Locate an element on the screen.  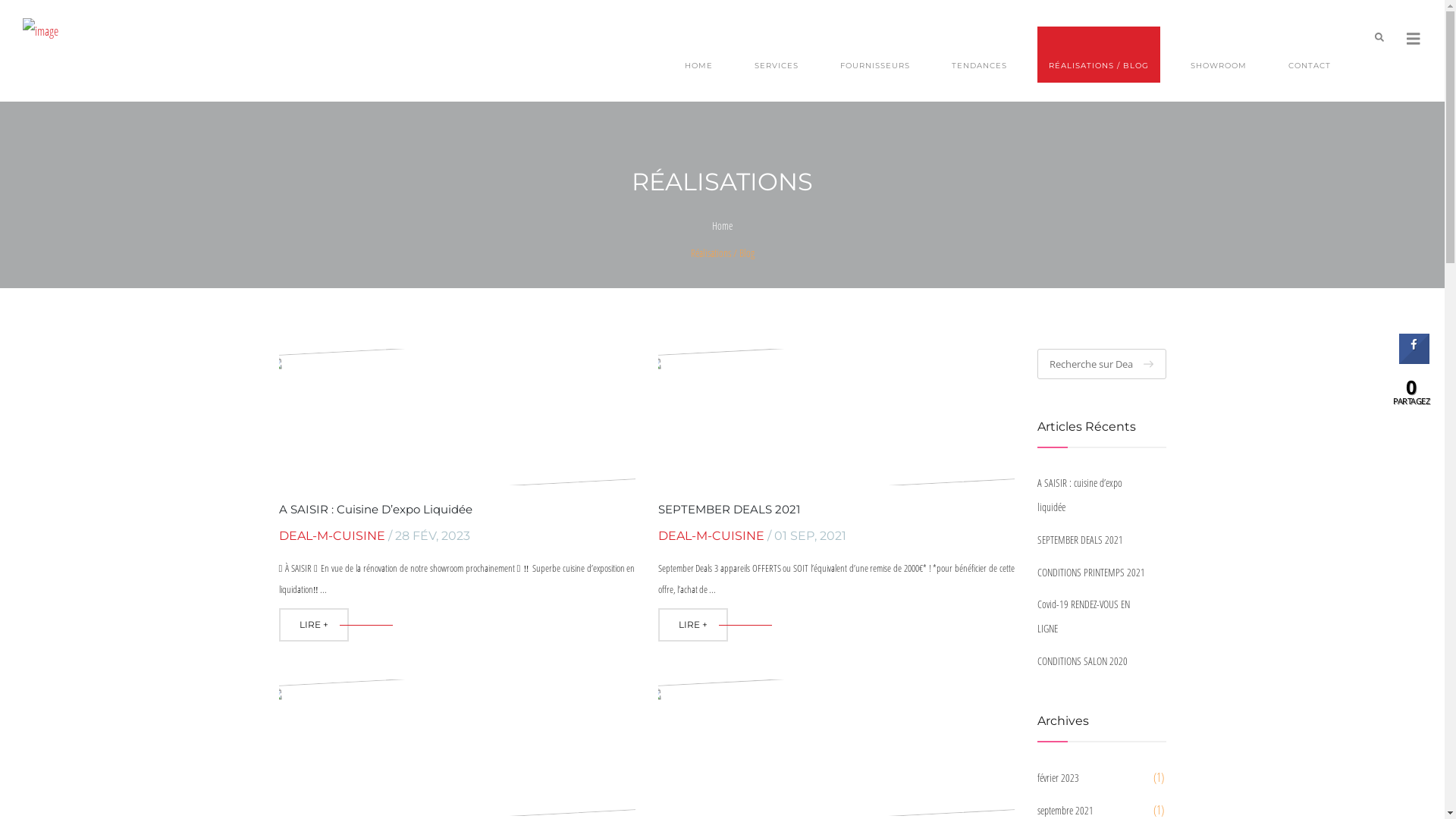
'LIRE +' is located at coordinates (312, 625).